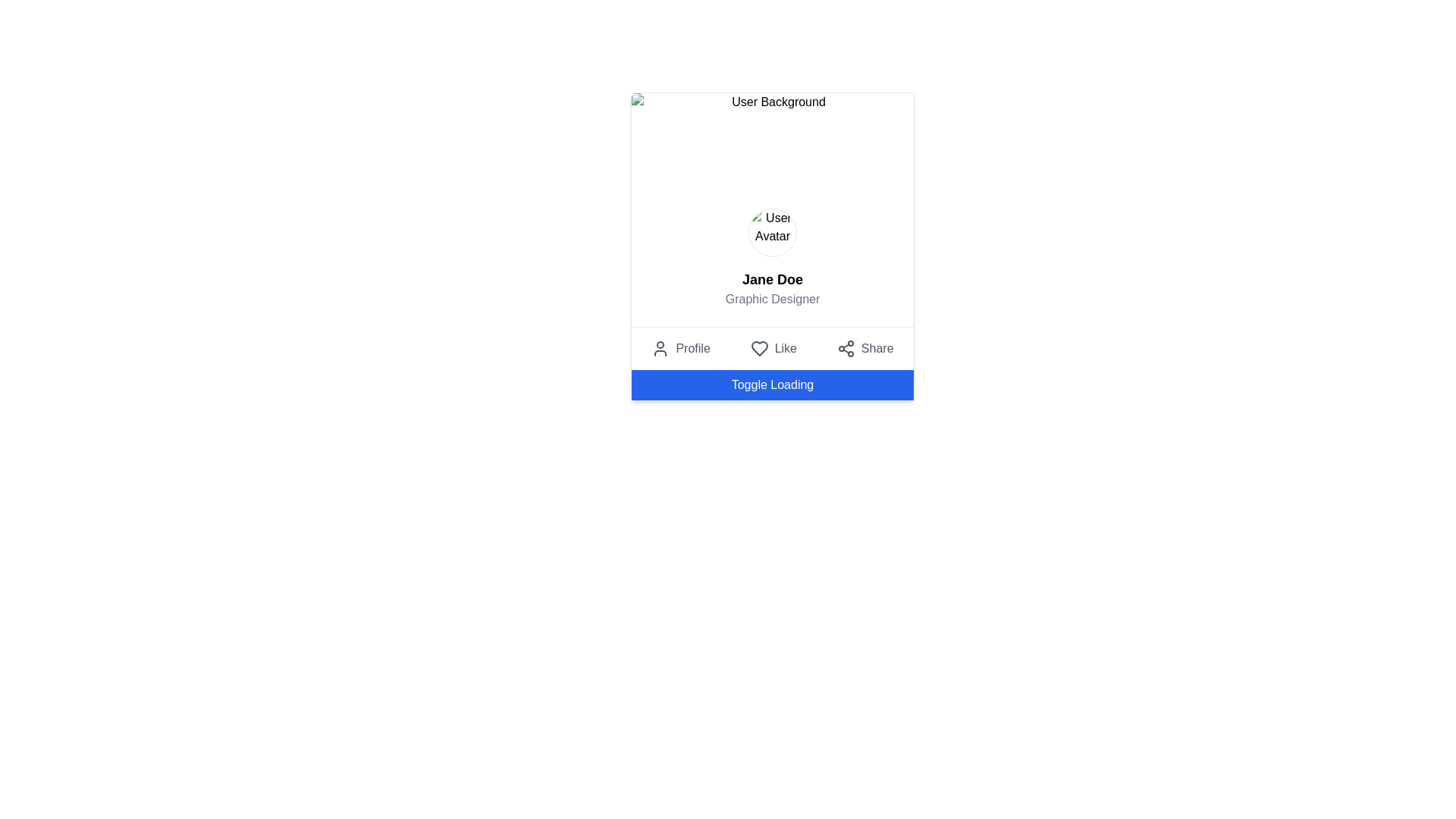 The height and width of the screenshot is (819, 1456). Describe the element at coordinates (877, 348) in the screenshot. I see `the 'Share' label, which is the last element in a group of three items including 'Profile', 'Like', and 'Share', all displayed below a user profile card` at that location.